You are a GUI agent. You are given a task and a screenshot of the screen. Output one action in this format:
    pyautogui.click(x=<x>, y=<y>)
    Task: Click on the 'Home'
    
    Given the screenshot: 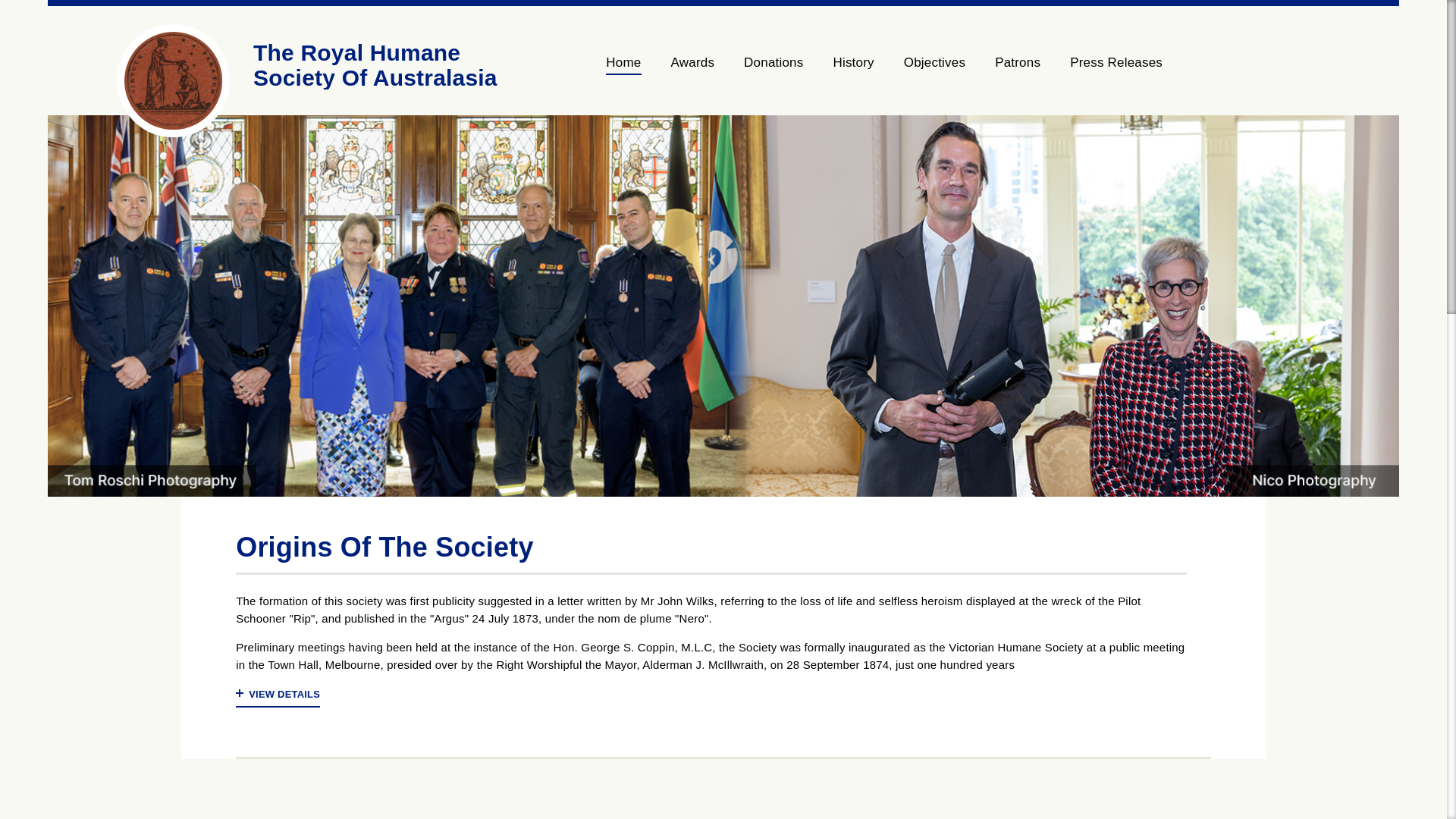 What is the action you would take?
    pyautogui.click(x=630, y=69)
    